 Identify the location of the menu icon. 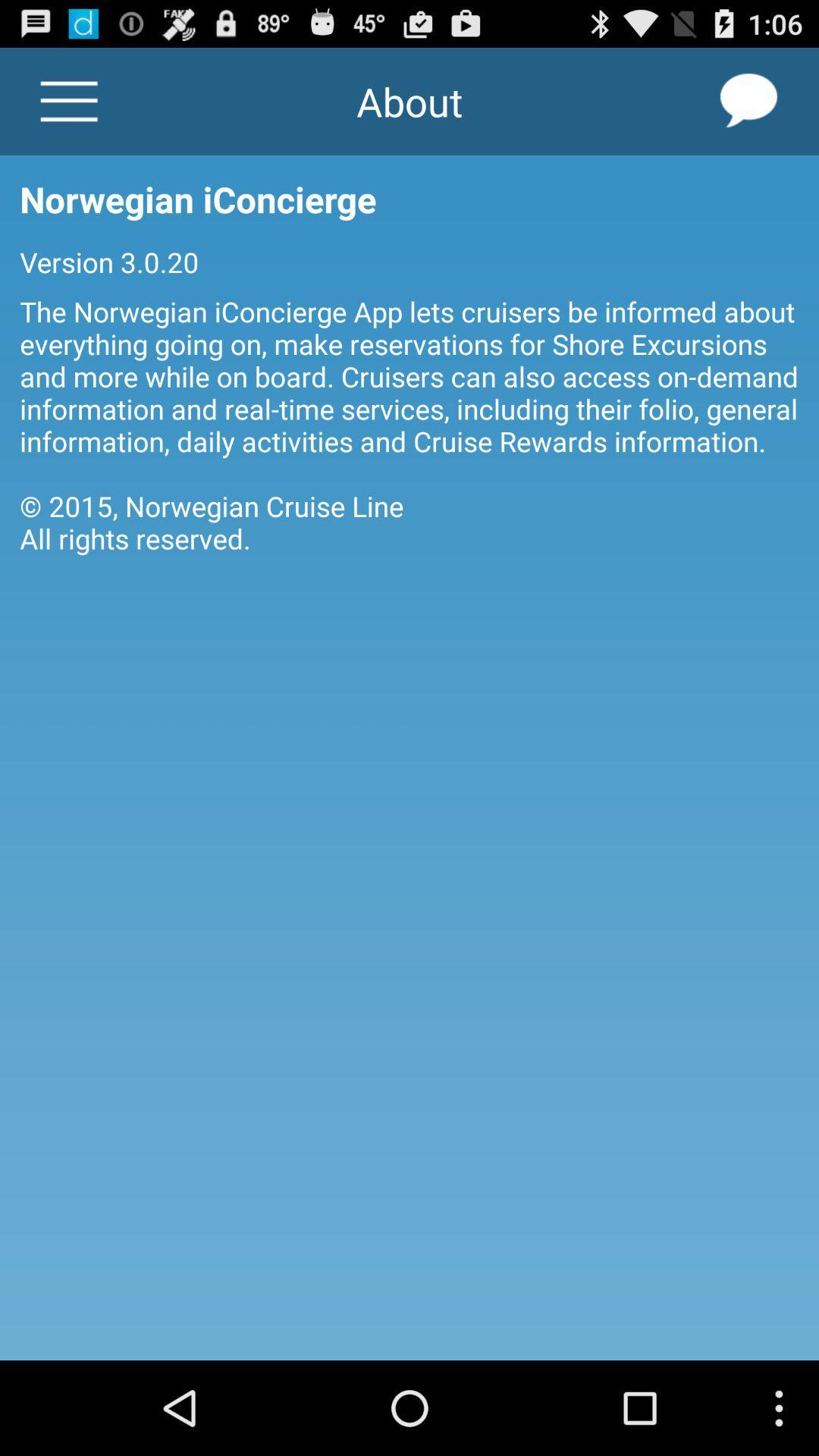
(69, 108).